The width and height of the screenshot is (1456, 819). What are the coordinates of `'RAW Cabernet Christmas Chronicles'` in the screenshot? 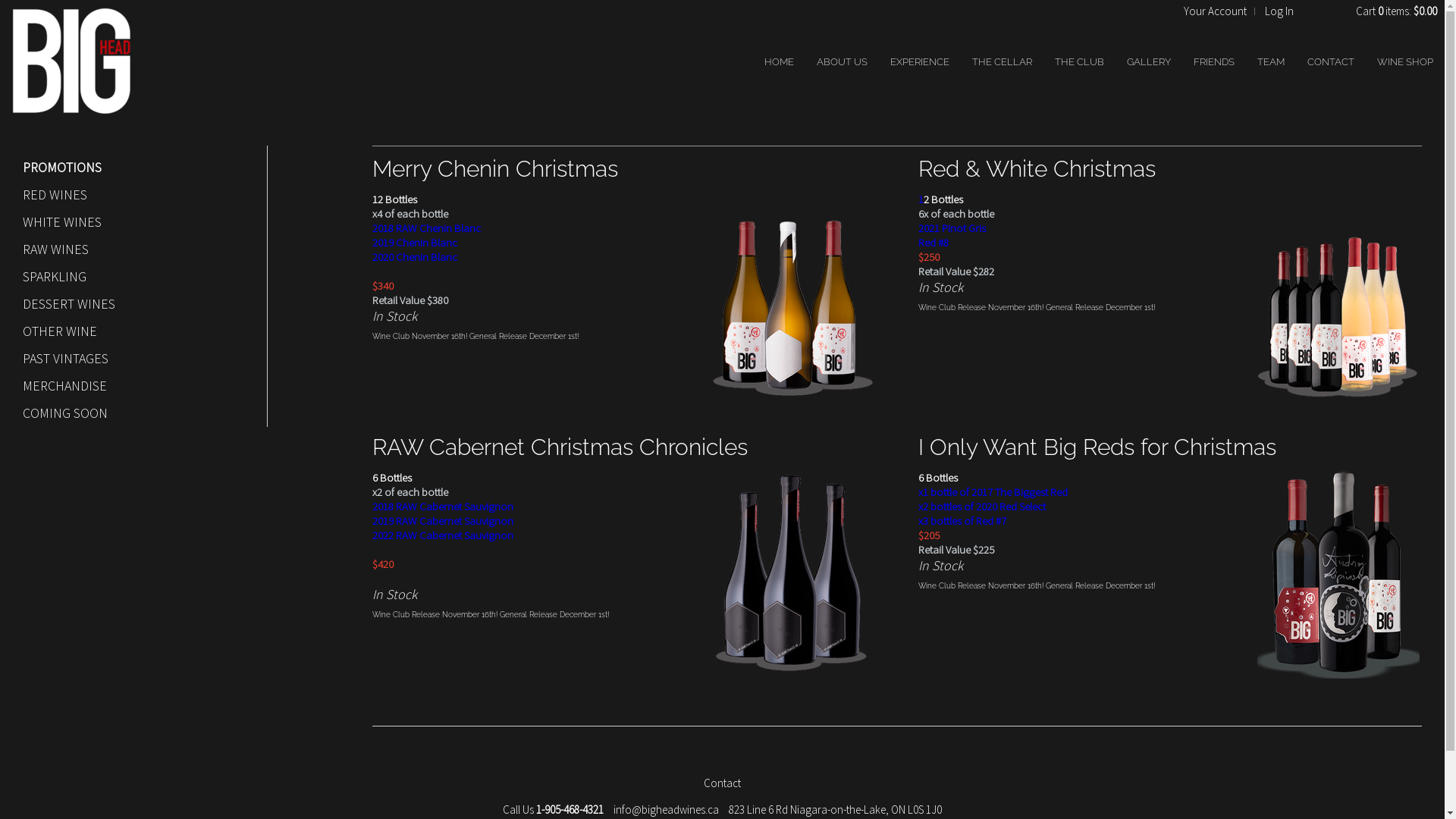 It's located at (559, 446).